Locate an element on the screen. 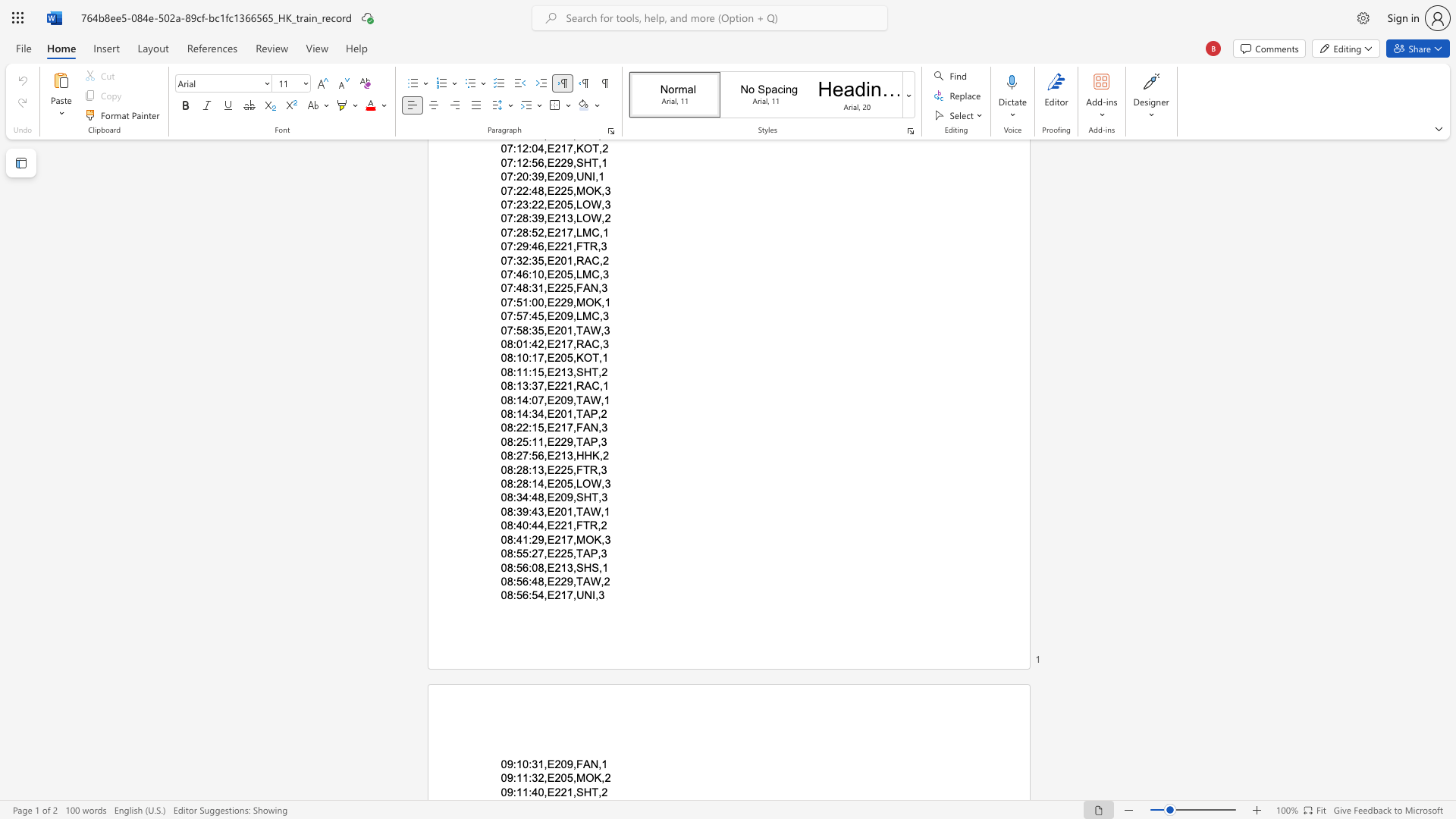  the space between the continuous character "E" and "2" in the text is located at coordinates (553, 595).